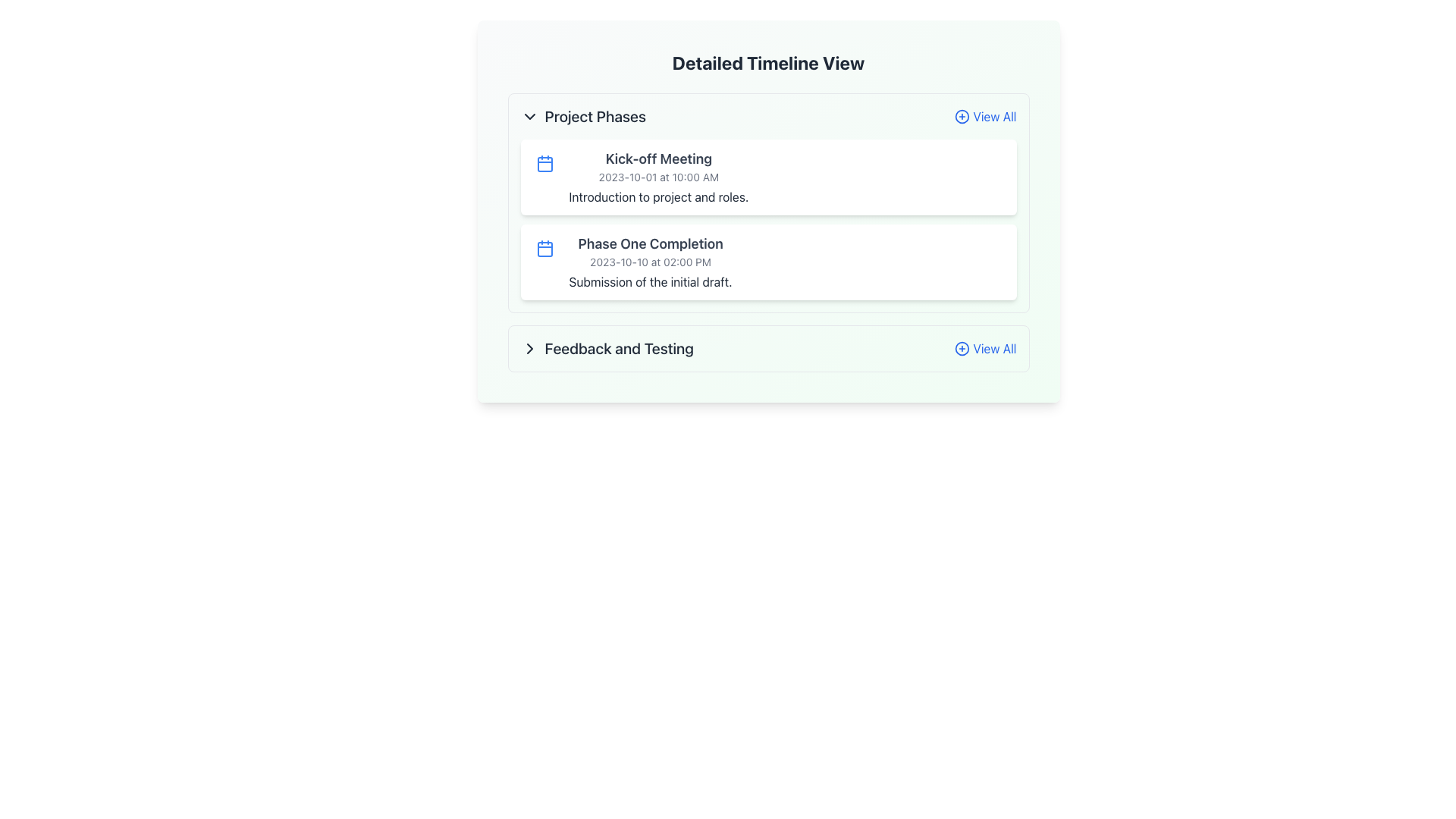 This screenshot has width=1456, height=819. Describe the element at coordinates (962, 348) in the screenshot. I see `the plus icon within the 'View All' button located on the right side of the 'Feedback and Testing' section` at that location.